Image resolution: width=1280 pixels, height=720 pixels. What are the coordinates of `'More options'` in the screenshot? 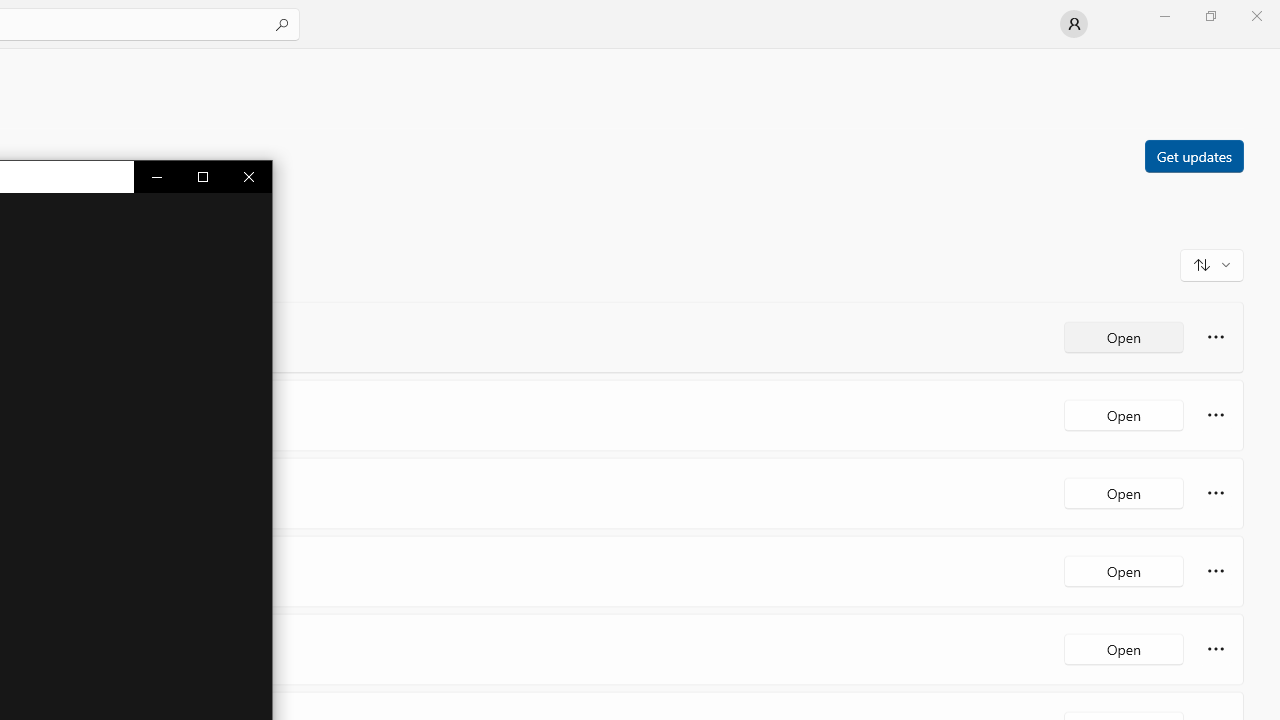 It's located at (1215, 649).